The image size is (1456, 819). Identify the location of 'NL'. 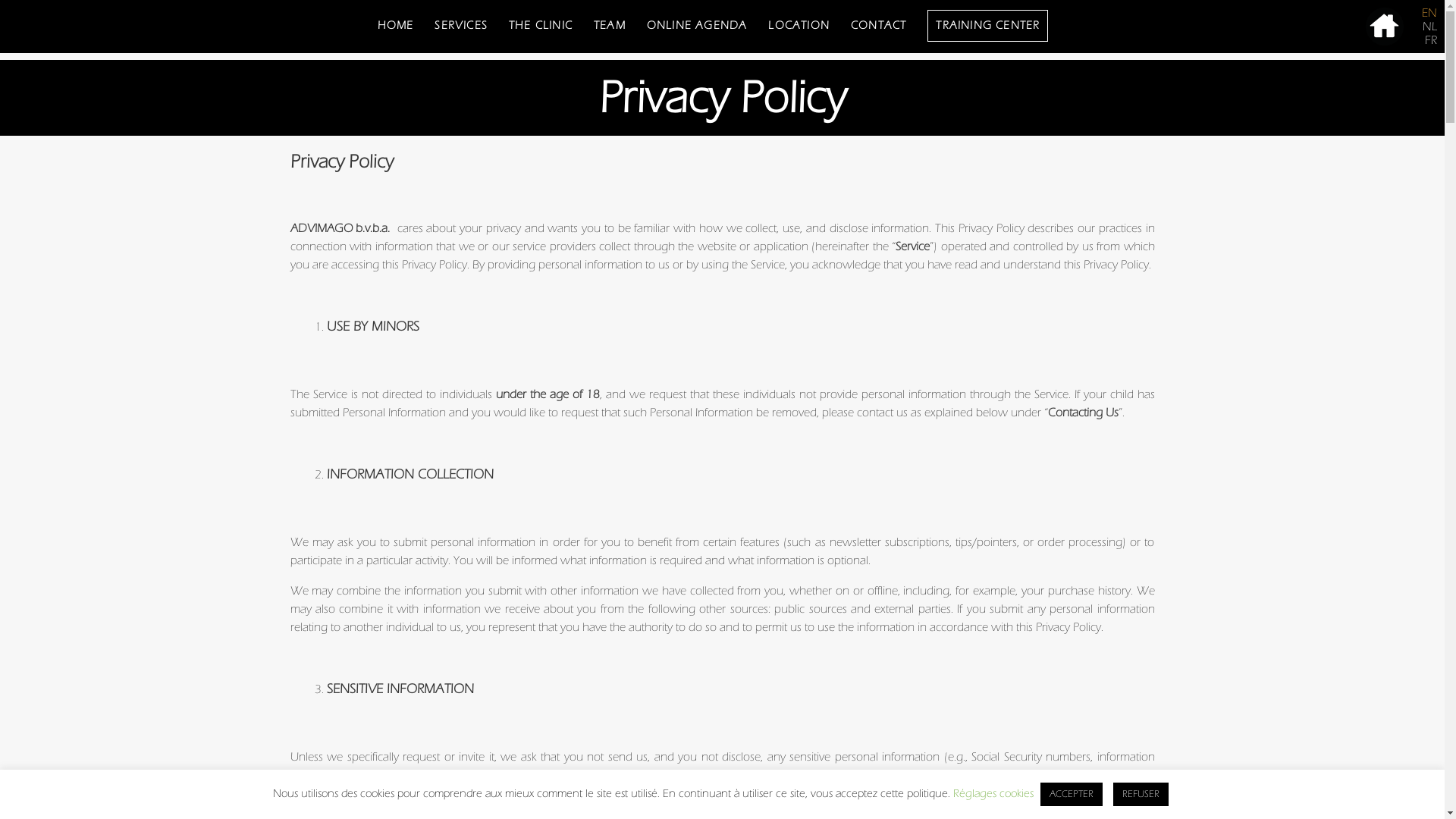
(1429, 26).